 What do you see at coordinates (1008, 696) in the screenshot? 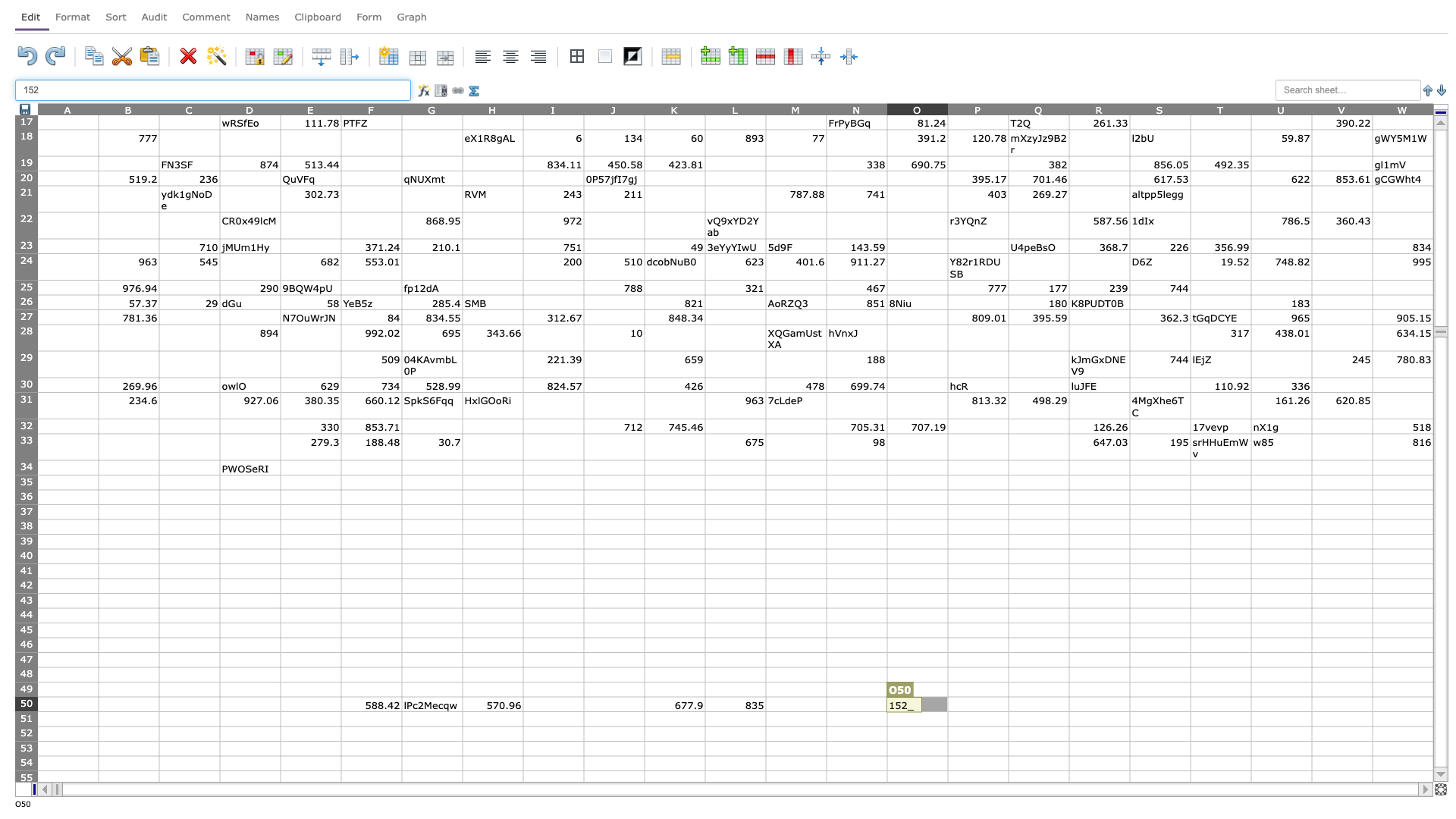
I see `Upper left corner of cell Q50` at bounding box center [1008, 696].